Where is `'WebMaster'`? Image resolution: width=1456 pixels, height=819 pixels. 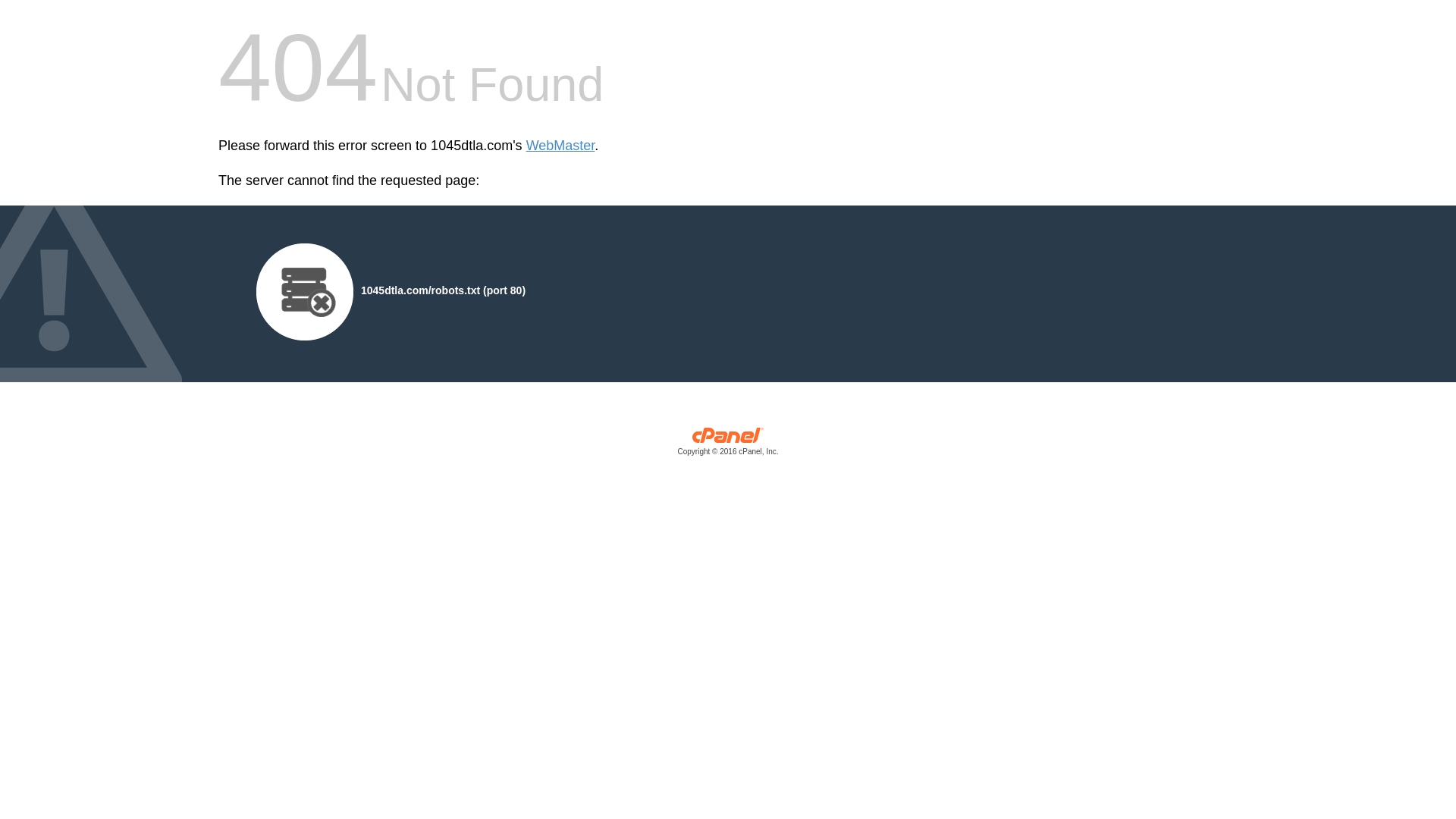 'WebMaster' is located at coordinates (560, 146).